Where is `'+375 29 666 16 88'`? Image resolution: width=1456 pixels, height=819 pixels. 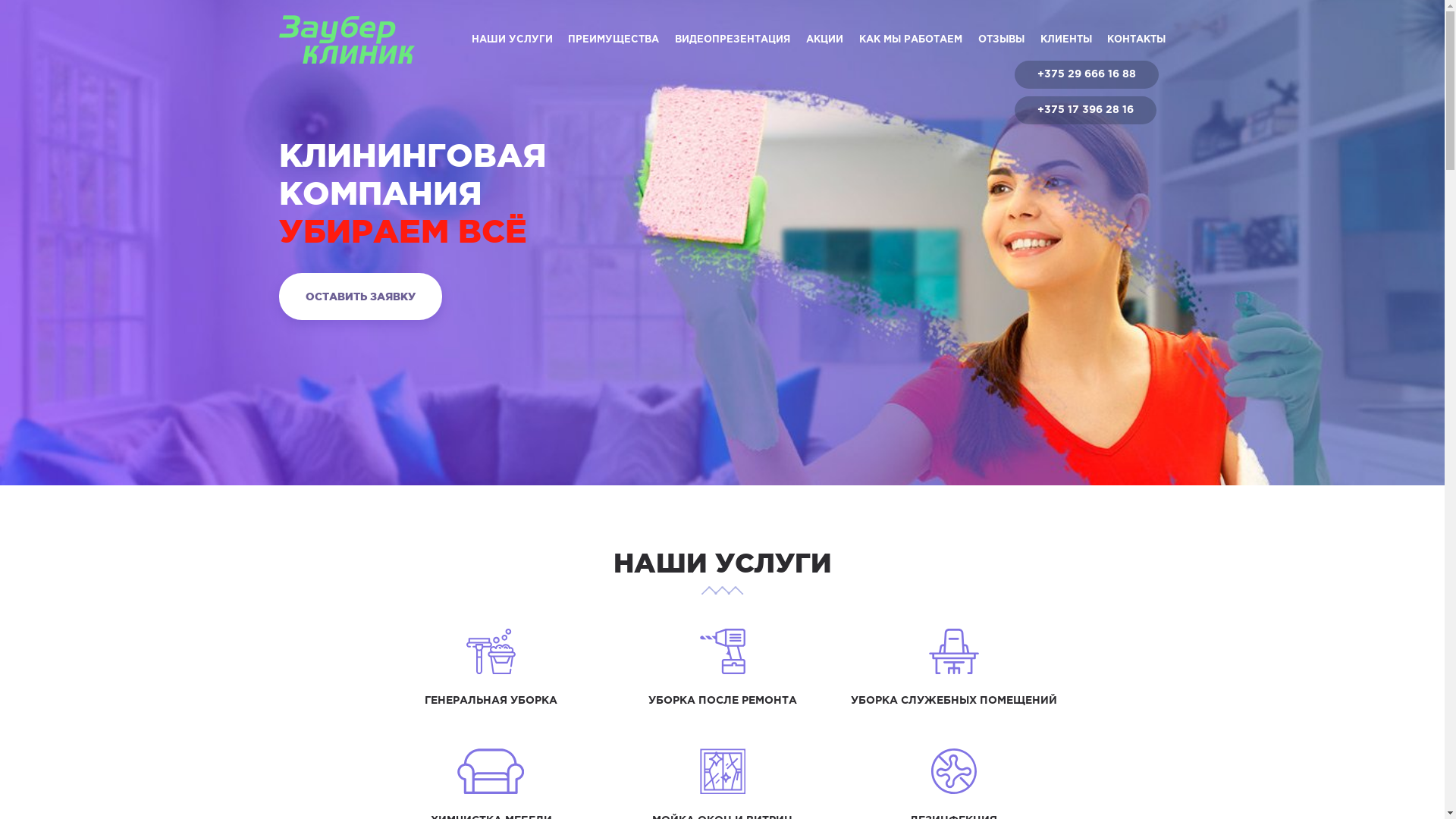 '+375 29 666 16 88' is located at coordinates (1086, 74).